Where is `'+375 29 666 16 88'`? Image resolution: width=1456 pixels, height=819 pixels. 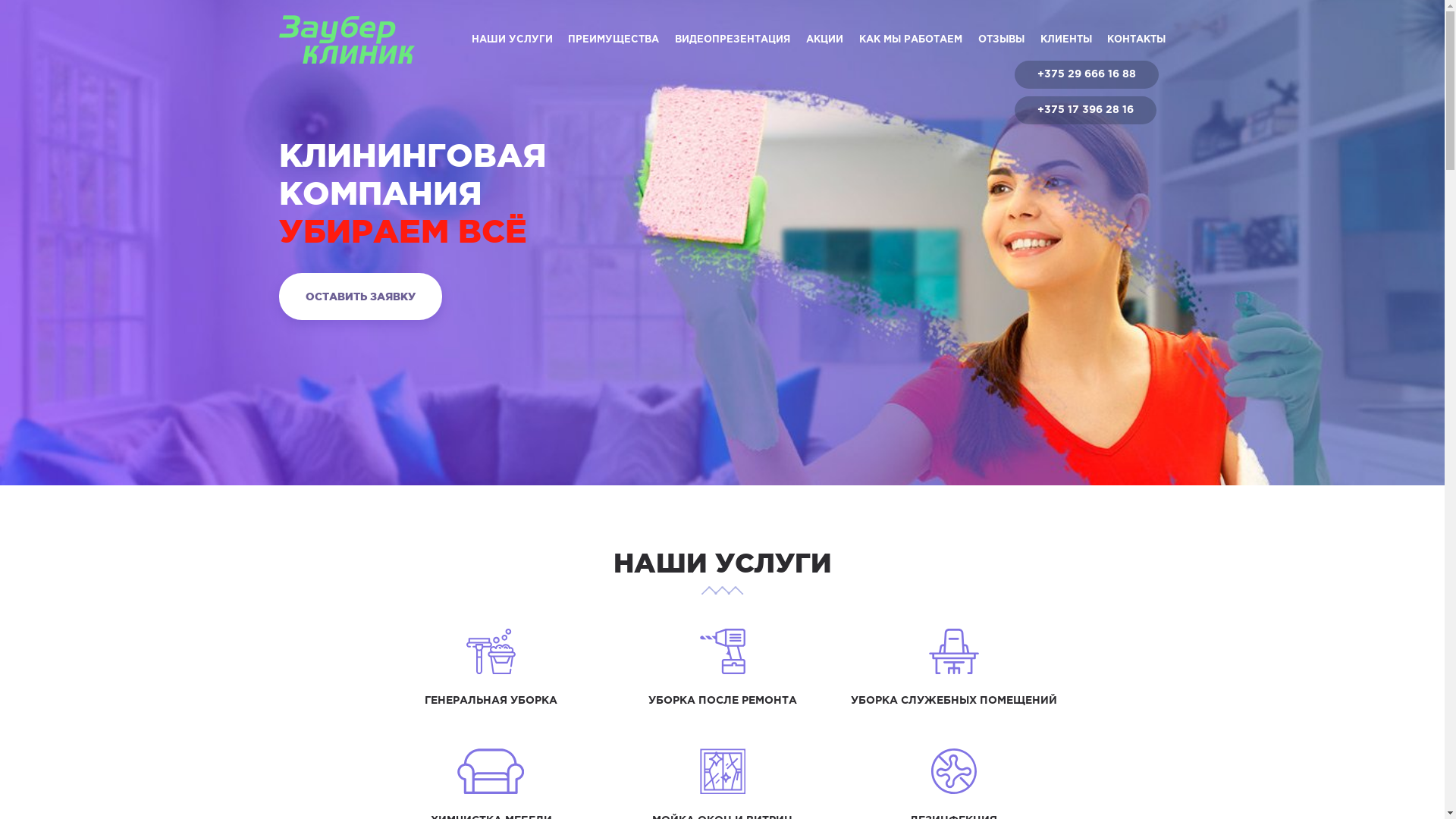 '+375 29 666 16 88' is located at coordinates (1086, 74).